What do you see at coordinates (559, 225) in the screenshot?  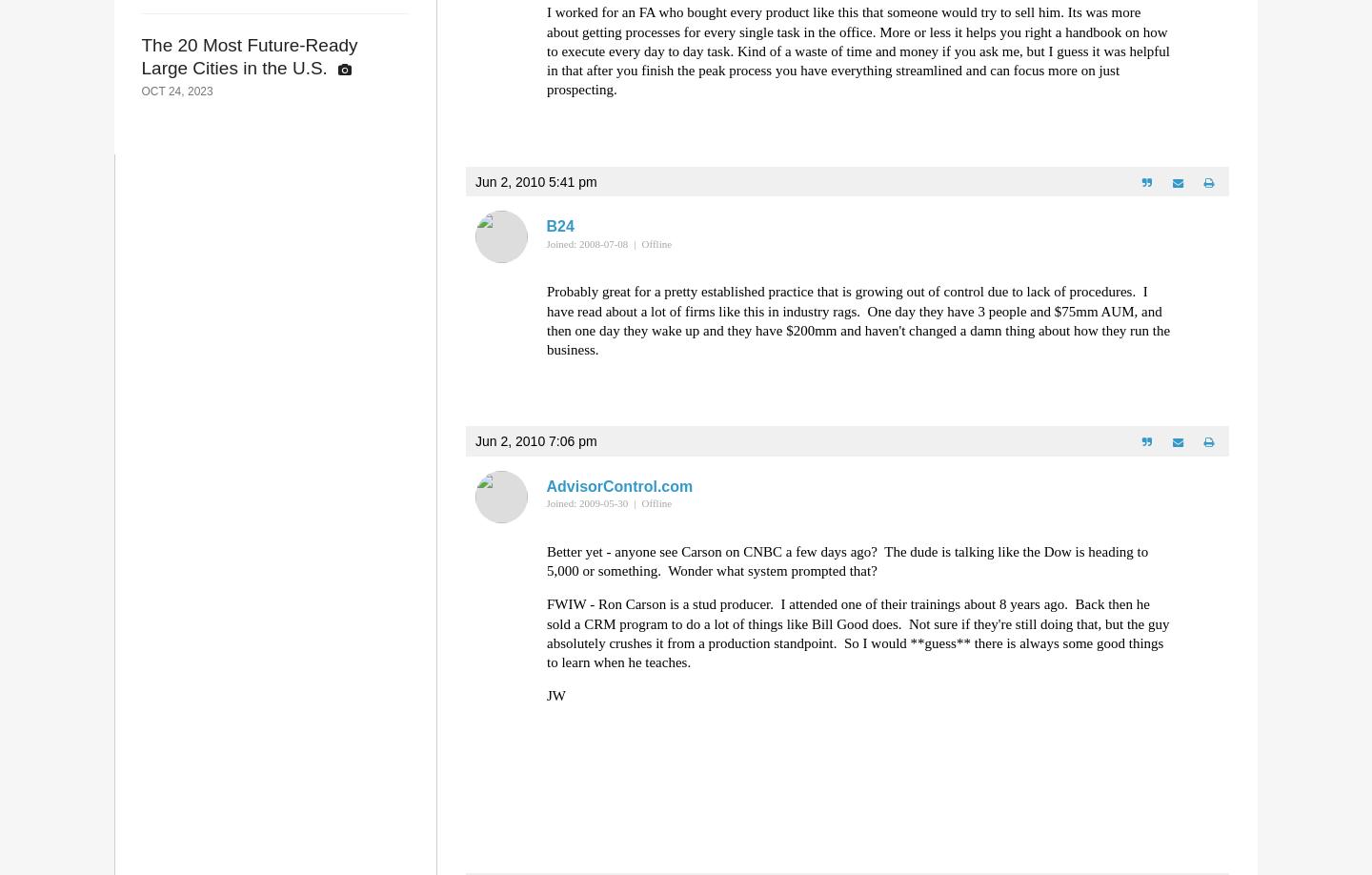 I see `'B24'` at bounding box center [559, 225].